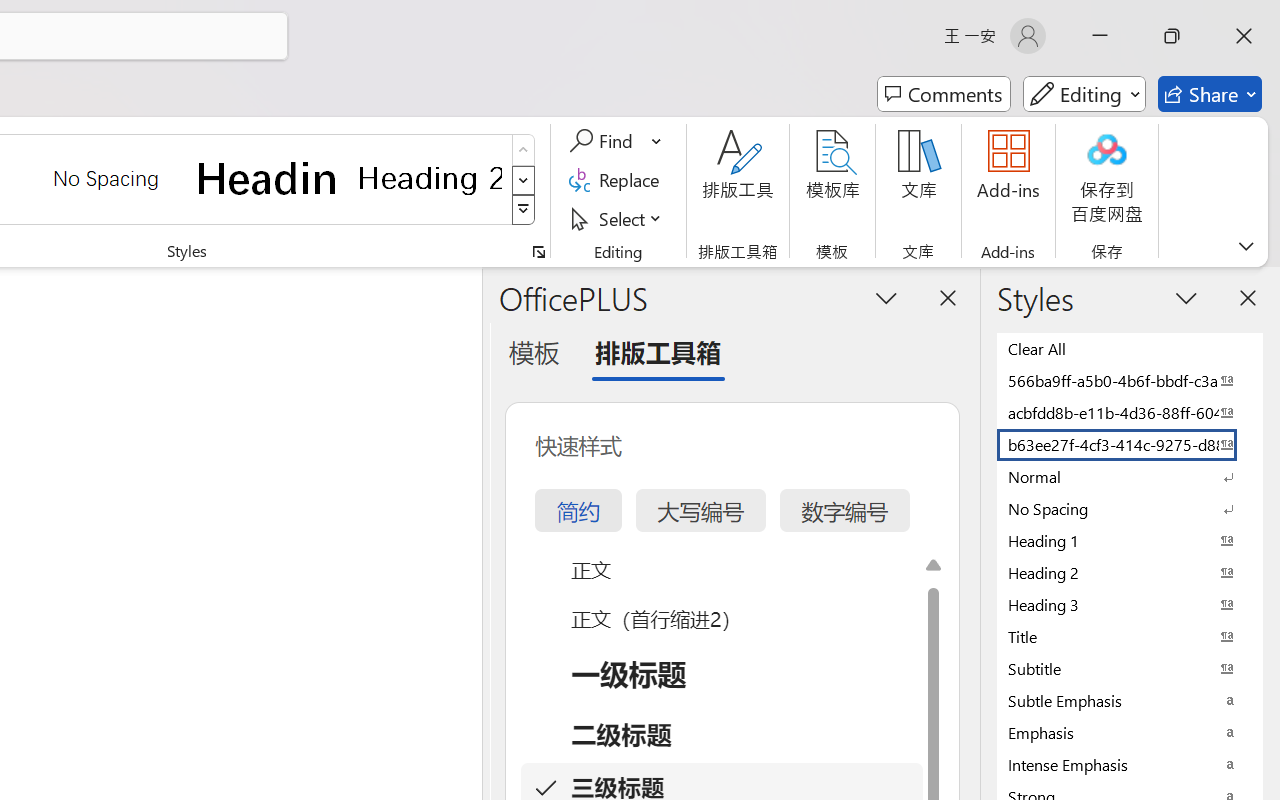  What do you see at coordinates (1130, 348) in the screenshot?
I see `'Clear All'` at bounding box center [1130, 348].